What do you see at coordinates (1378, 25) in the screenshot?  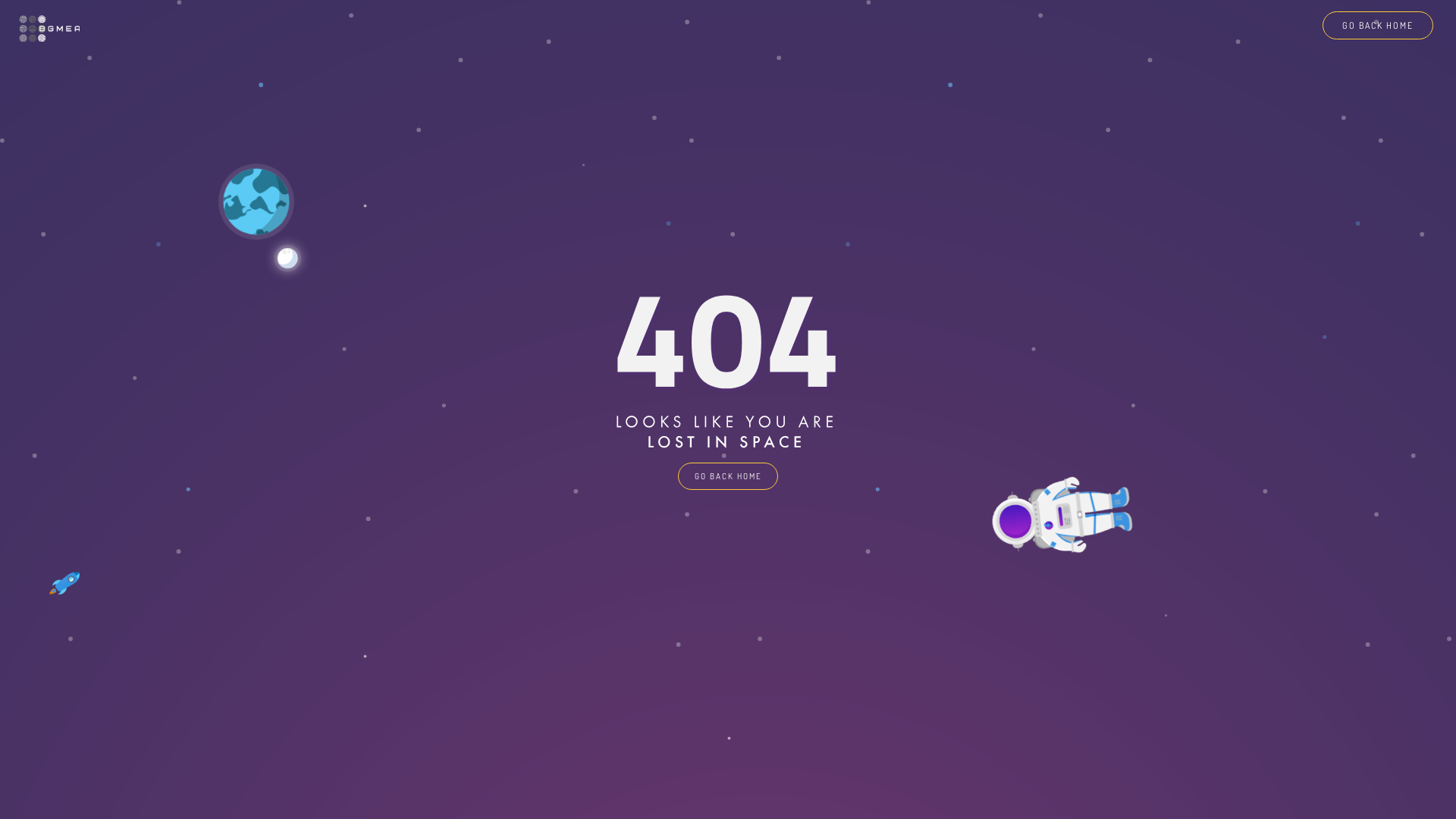 I see `'GO BACK HOME'` at bounding box center [1378, 25].